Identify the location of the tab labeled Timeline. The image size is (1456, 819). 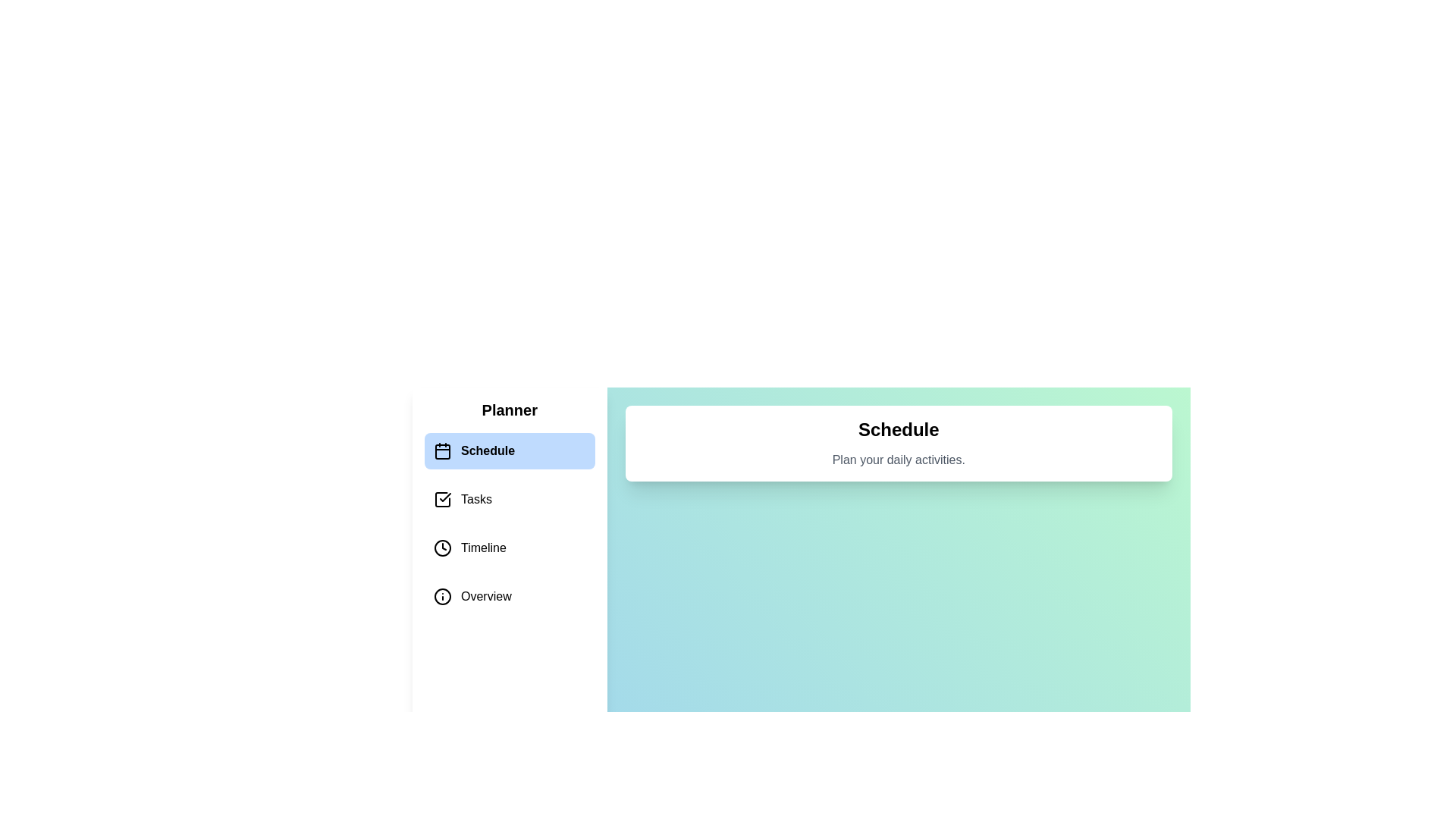
(510, 548).